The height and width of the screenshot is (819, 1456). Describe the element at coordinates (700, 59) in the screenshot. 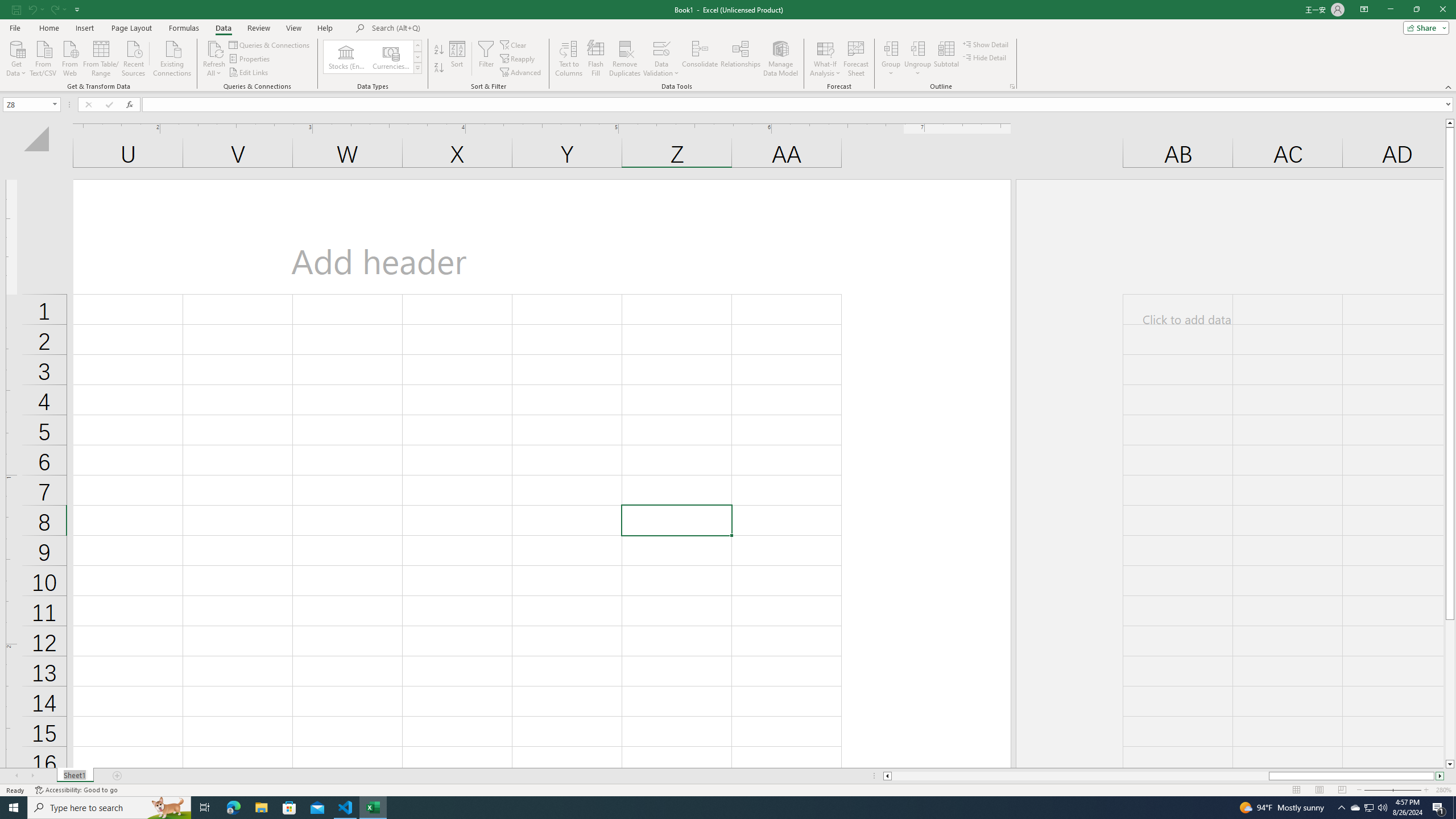

I see `'Consolidate...'` at that location.